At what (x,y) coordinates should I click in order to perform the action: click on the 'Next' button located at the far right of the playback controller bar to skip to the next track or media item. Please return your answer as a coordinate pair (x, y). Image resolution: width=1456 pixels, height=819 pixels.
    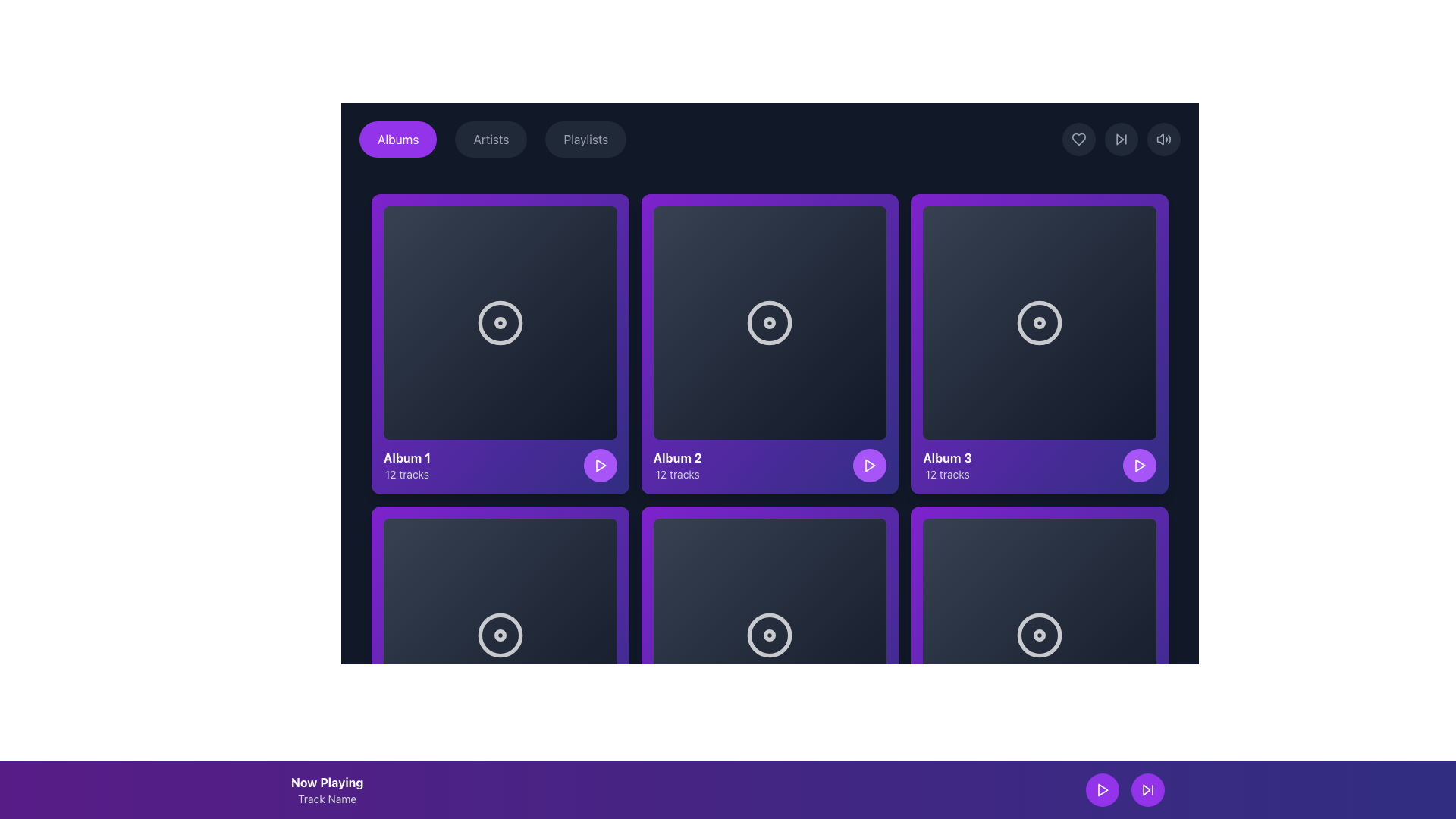
    Looking at the image, I should click on (1140, 777).